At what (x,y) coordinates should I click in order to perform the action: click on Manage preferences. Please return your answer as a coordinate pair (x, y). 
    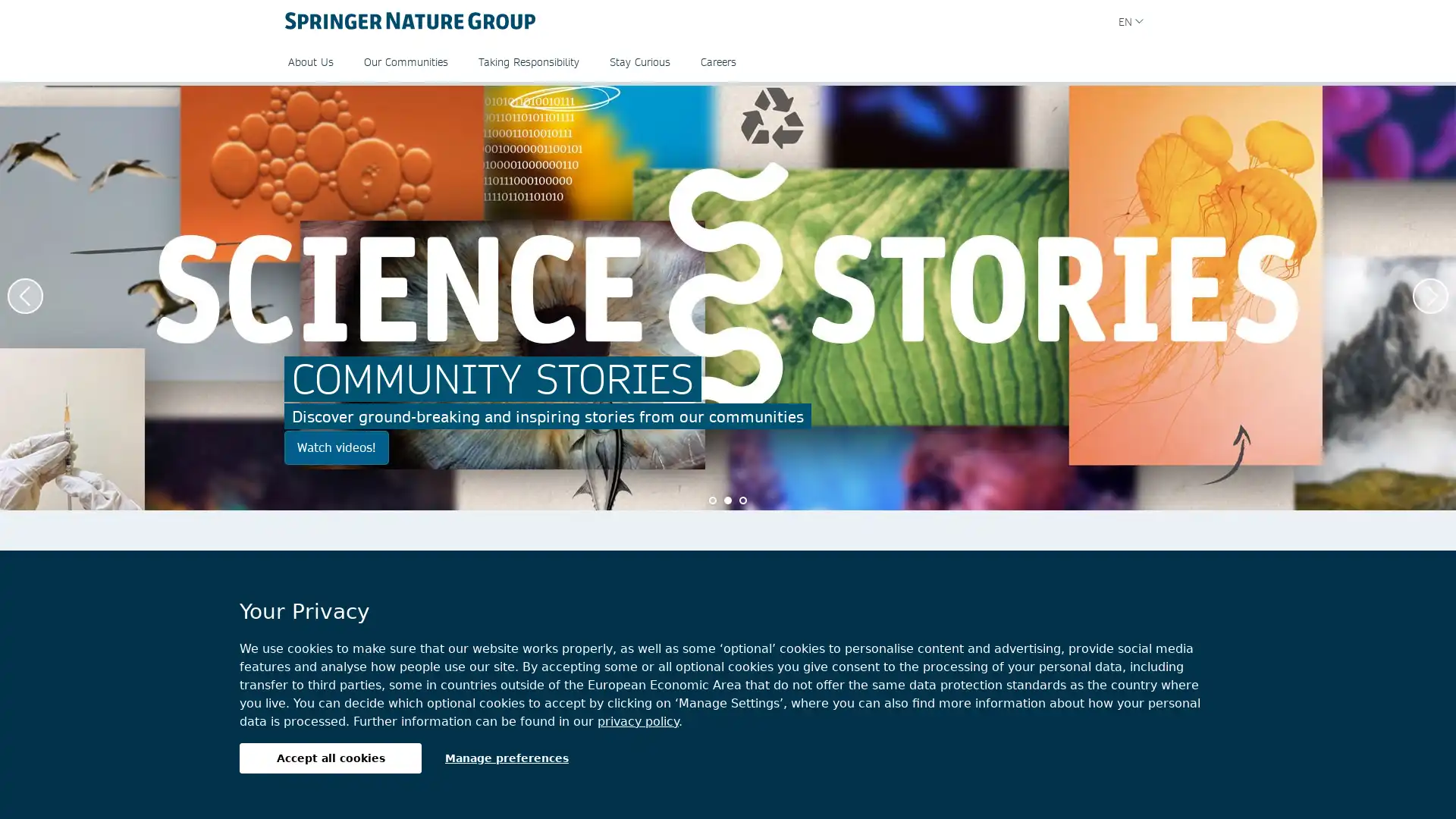
    Looking at the image, I should click on (507, 758).